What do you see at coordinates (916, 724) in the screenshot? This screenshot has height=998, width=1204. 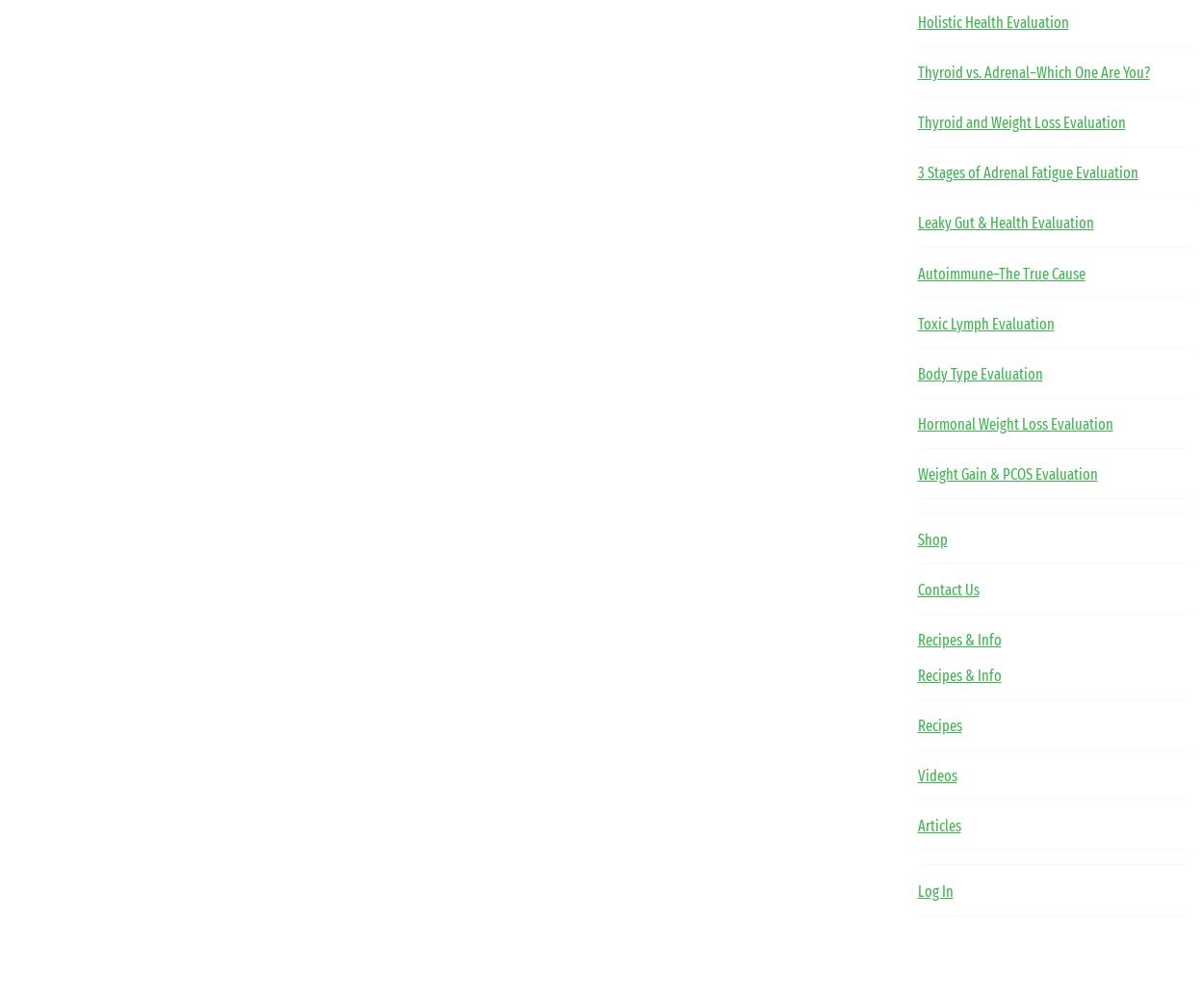 I see `'Recipes'` at bounding box center [916, 724].